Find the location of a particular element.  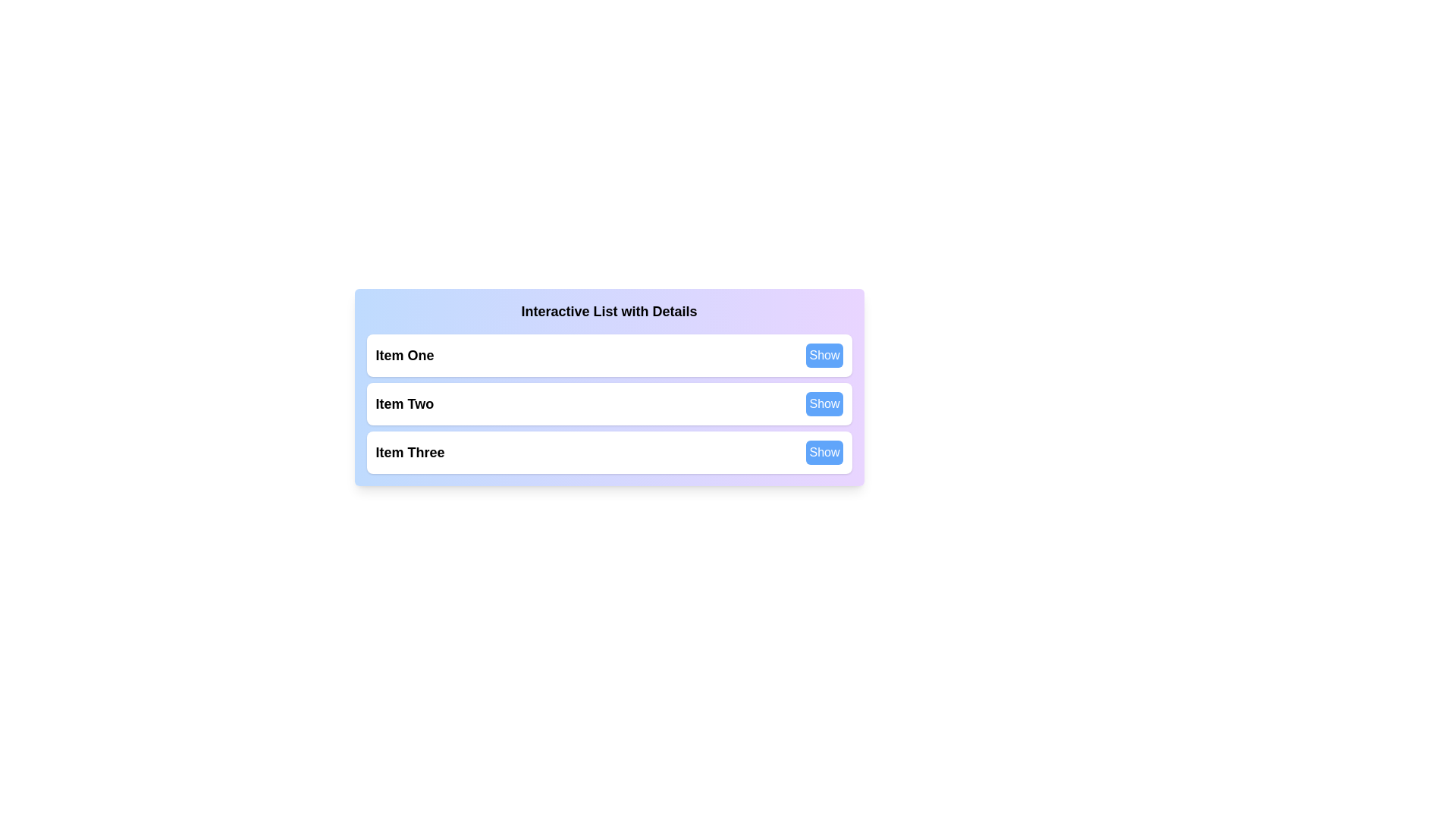

the 'Show' button for the item with title Item One is located at coordinates (824, 356).